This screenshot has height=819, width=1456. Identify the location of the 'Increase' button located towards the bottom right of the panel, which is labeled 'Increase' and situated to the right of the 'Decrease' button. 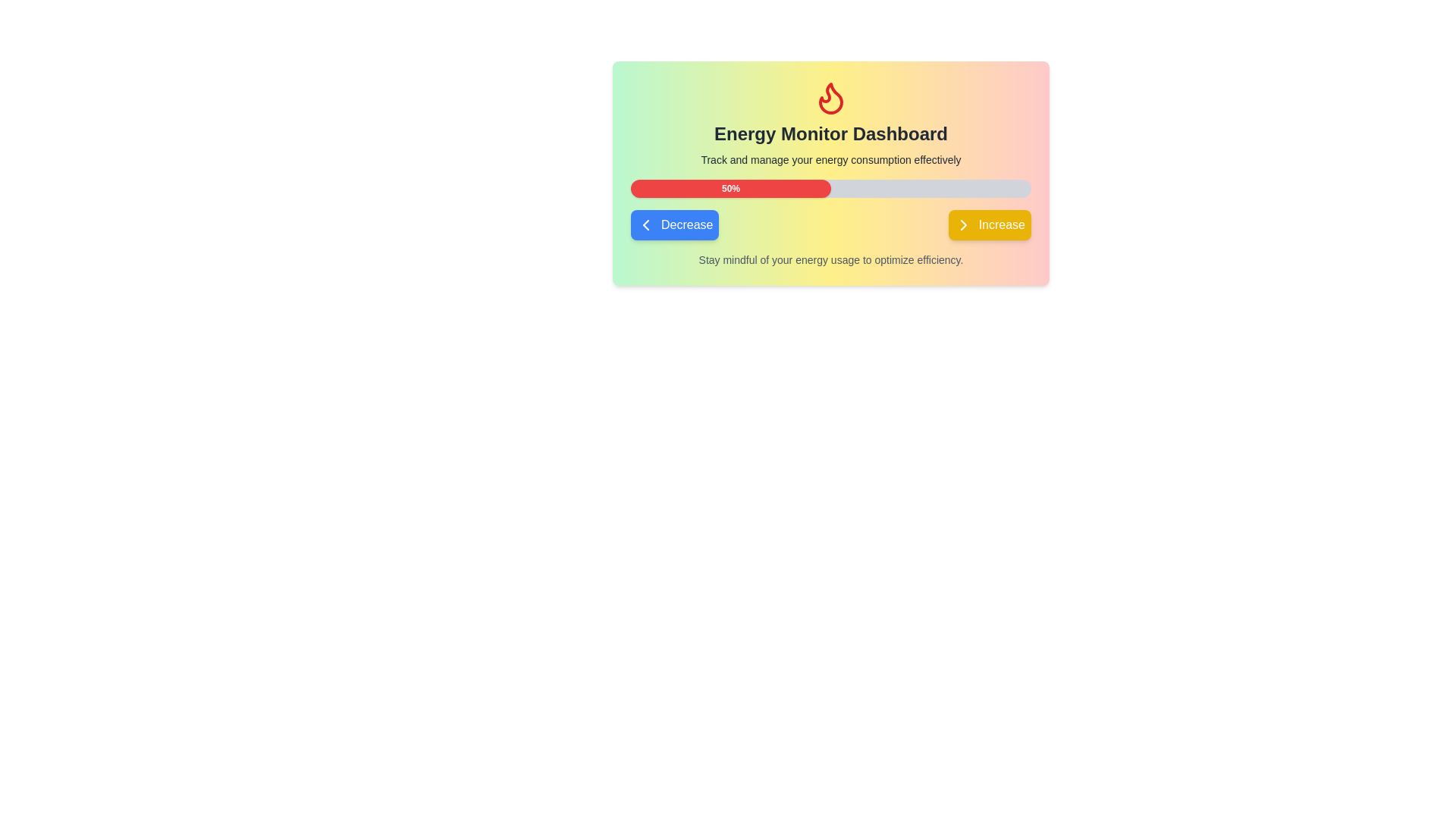
(1002, 225).